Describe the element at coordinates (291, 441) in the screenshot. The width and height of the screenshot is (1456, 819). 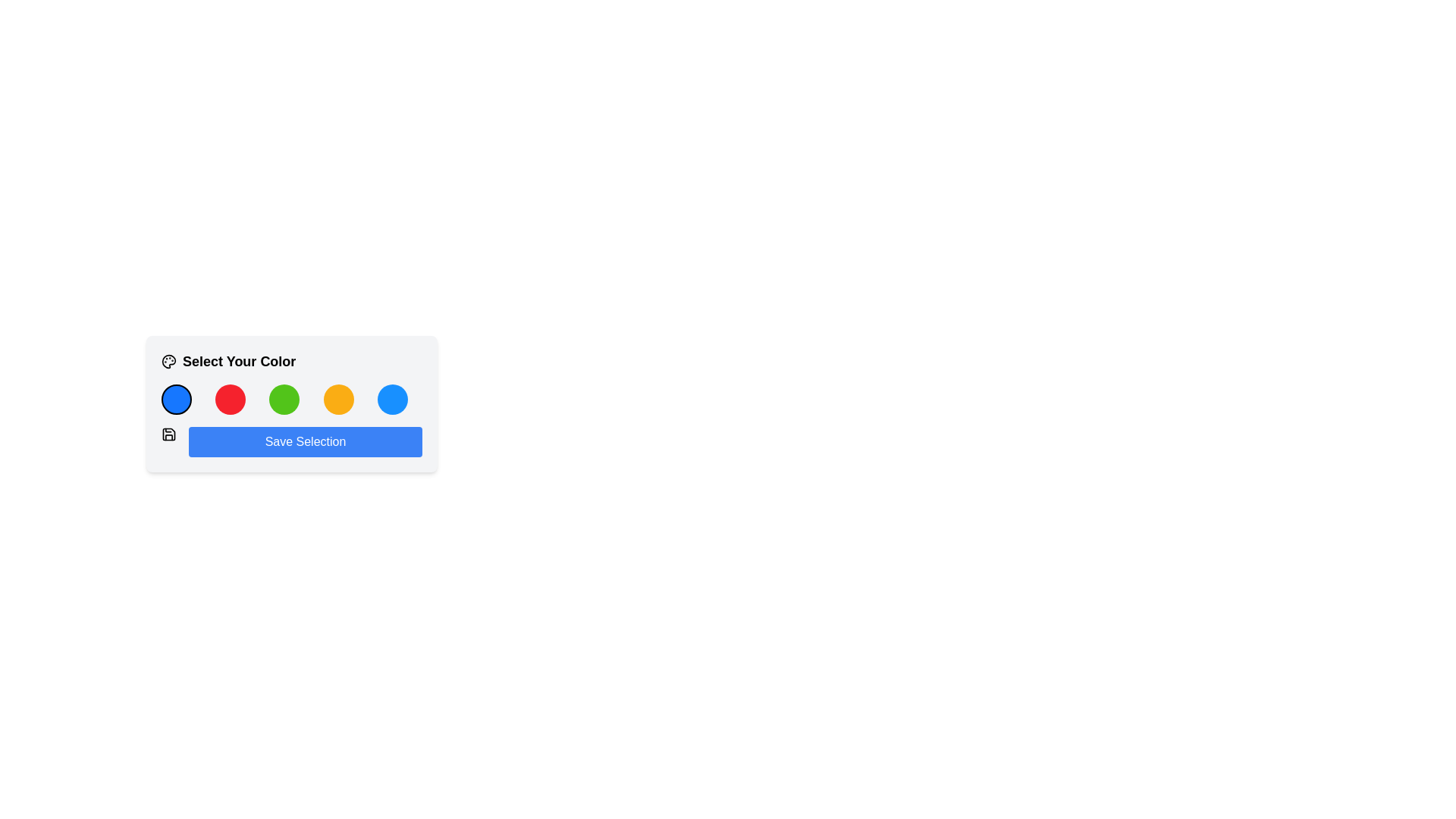
I see `the rectangular blue button labeled 'Save Selection' with a floppy disk icon` at that location.